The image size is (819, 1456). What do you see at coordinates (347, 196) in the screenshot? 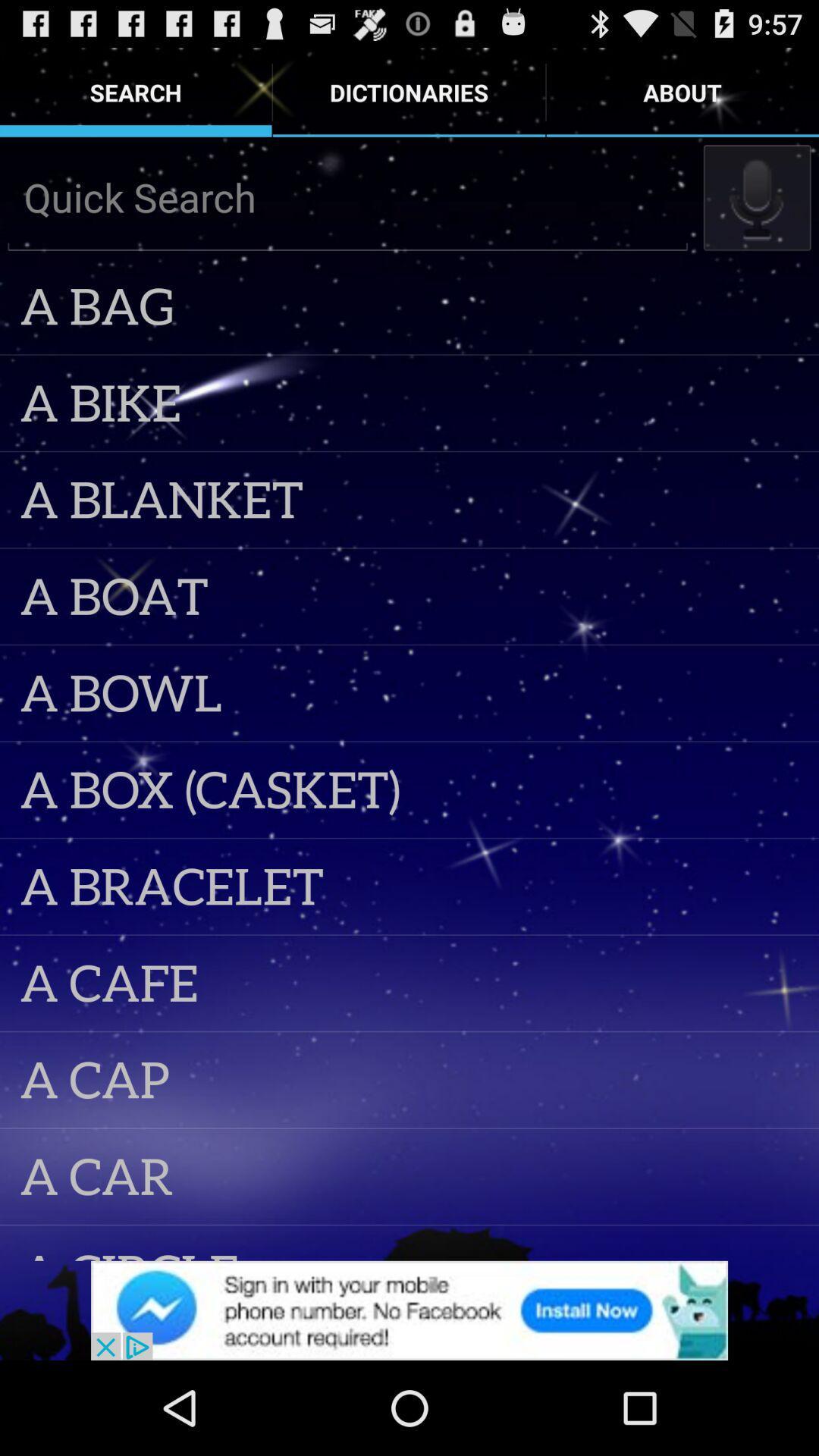
I see `search textbox` at bounding box center [347, 196].